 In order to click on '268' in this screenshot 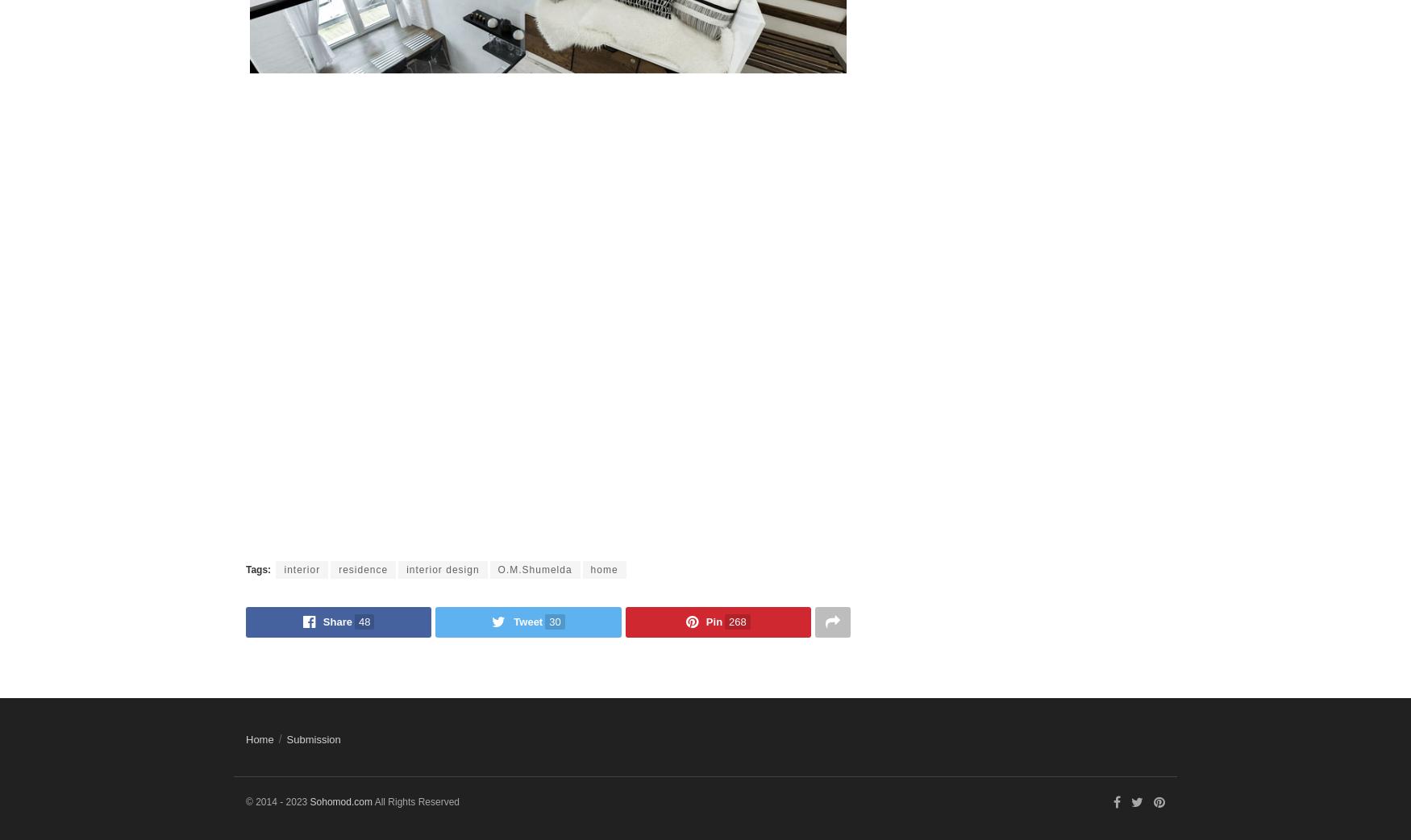, I will do `click(736, 620)`.